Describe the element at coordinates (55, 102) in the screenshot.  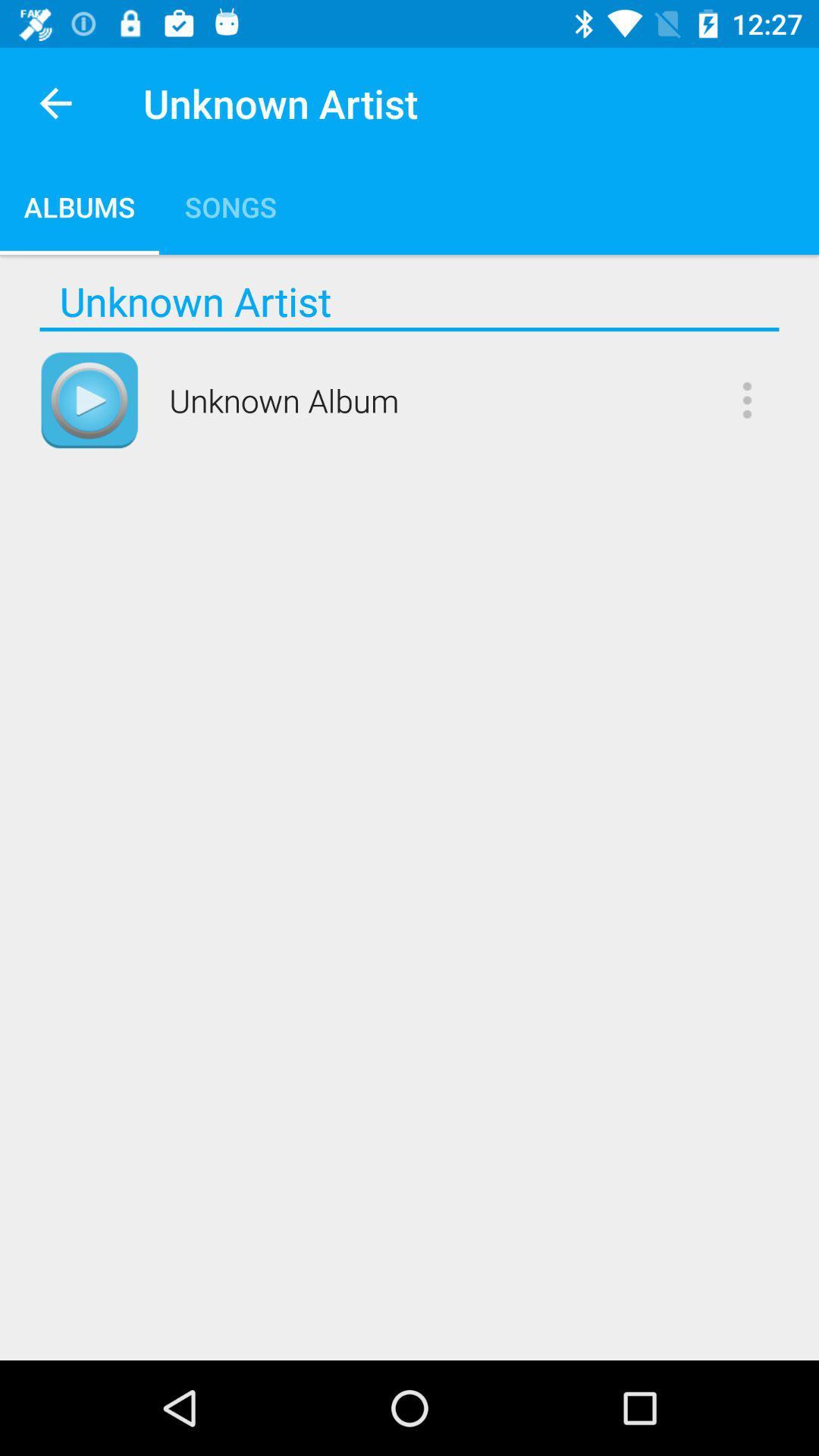
I see `app to the left of the unknown artist item` at that location.